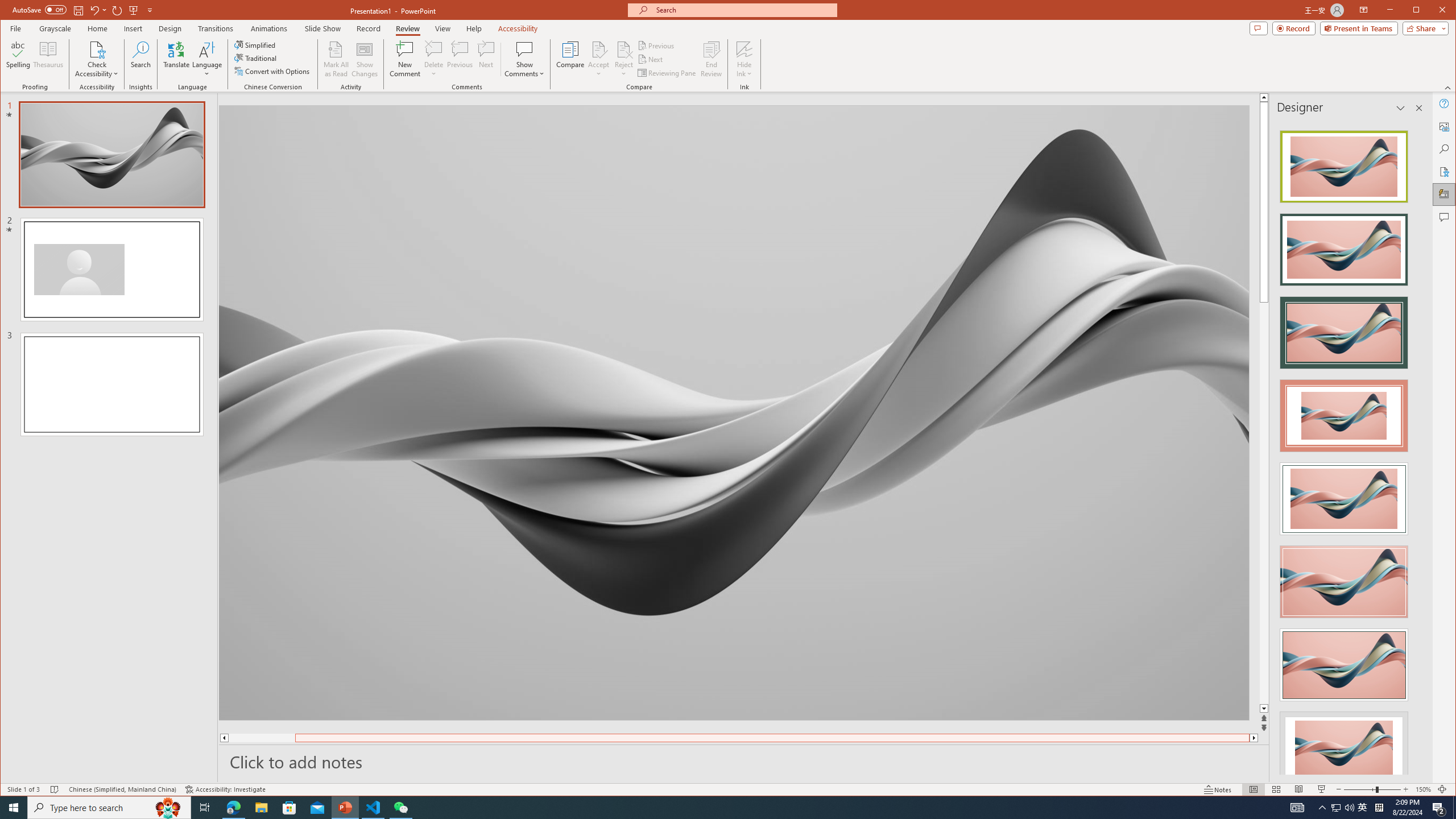 Image resolution: width=1456 pixels, height=819 pixels. Describe the element at coordinates (257, 58) in the screenshot. I see `'Traditional'` at that location.